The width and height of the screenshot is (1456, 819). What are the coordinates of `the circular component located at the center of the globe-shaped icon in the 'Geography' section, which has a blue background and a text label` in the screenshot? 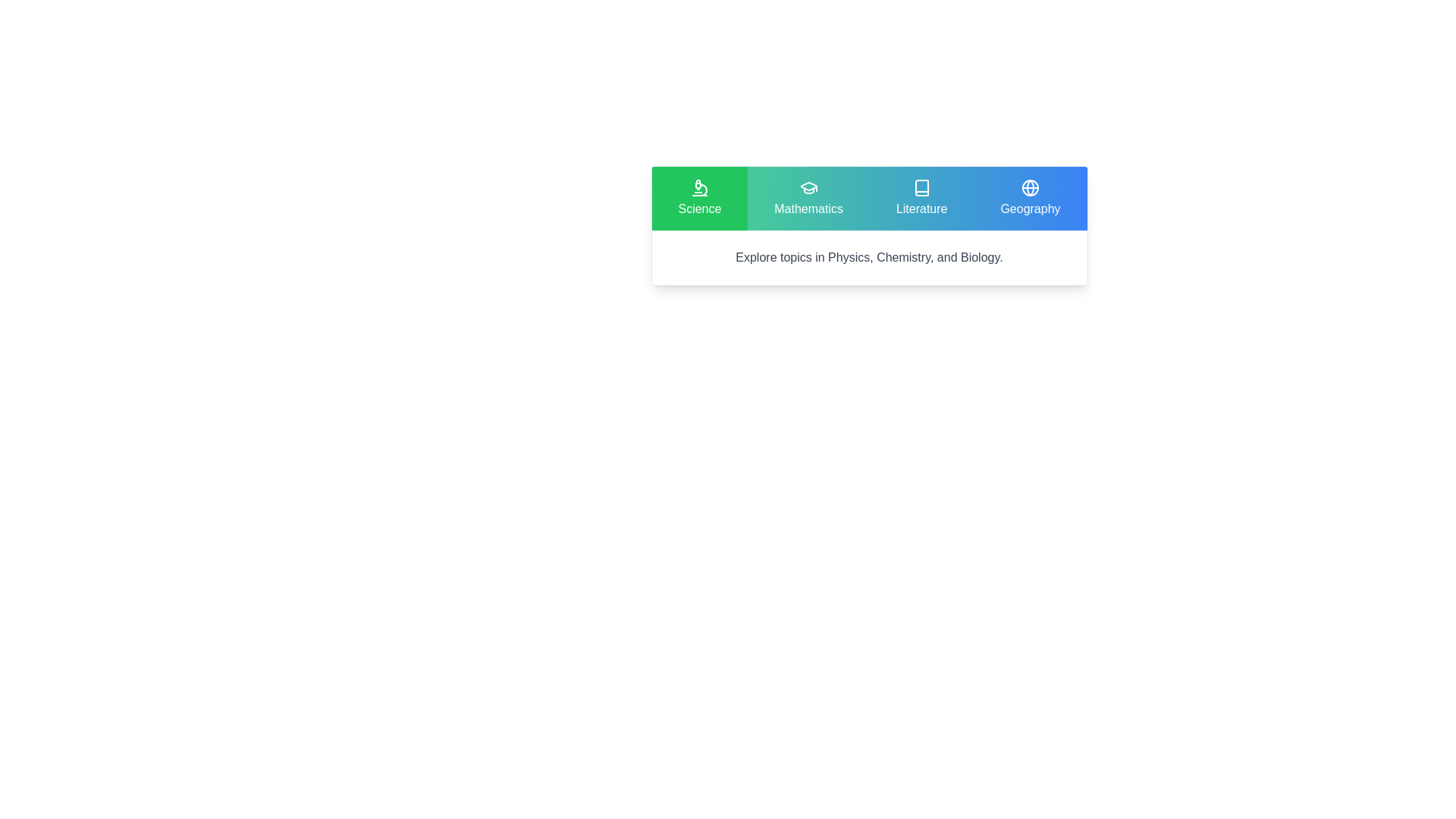 It's located at (1030, 187).